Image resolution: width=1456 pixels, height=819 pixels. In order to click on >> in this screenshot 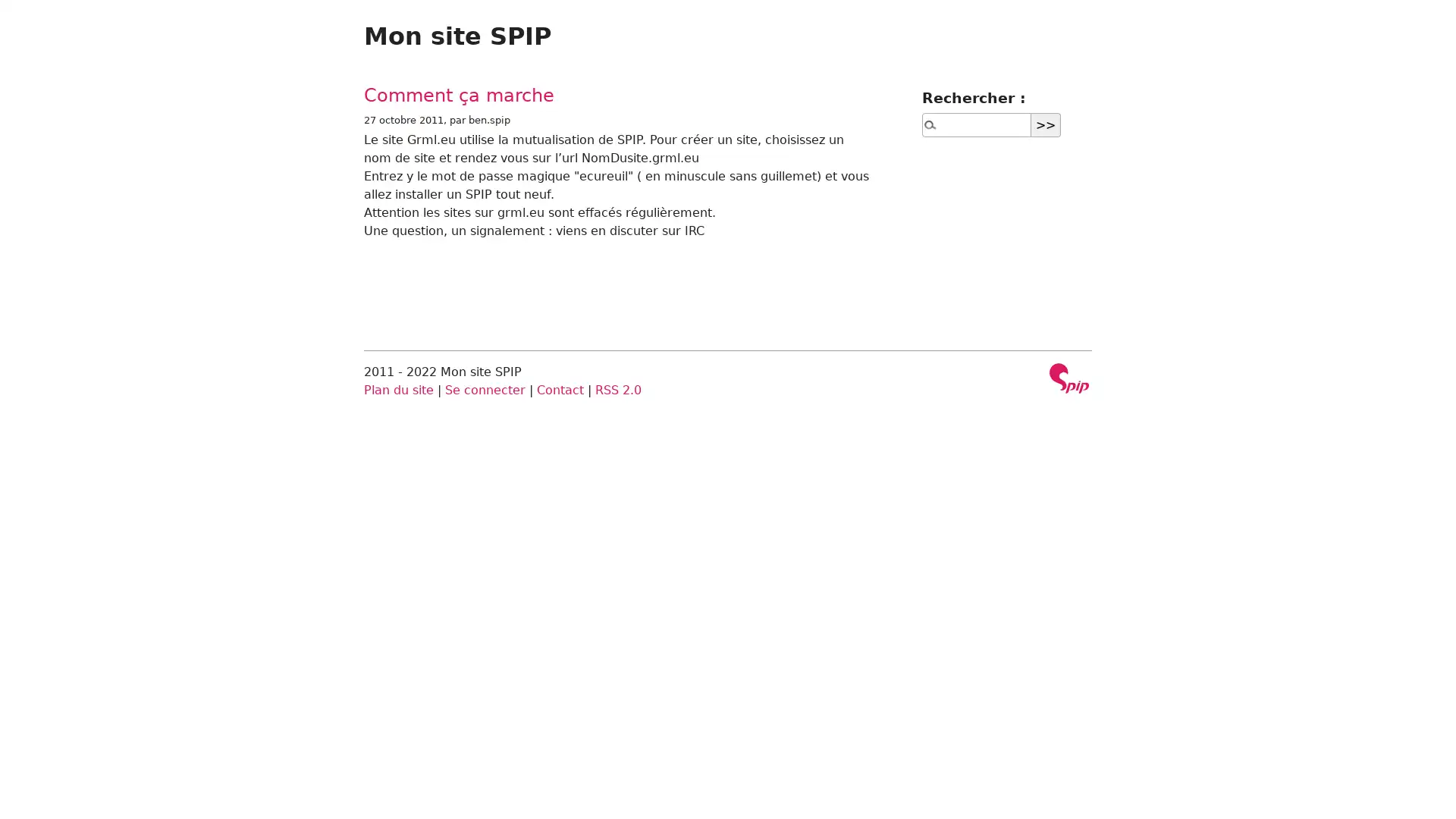, I will do `click(1045, 124)`.